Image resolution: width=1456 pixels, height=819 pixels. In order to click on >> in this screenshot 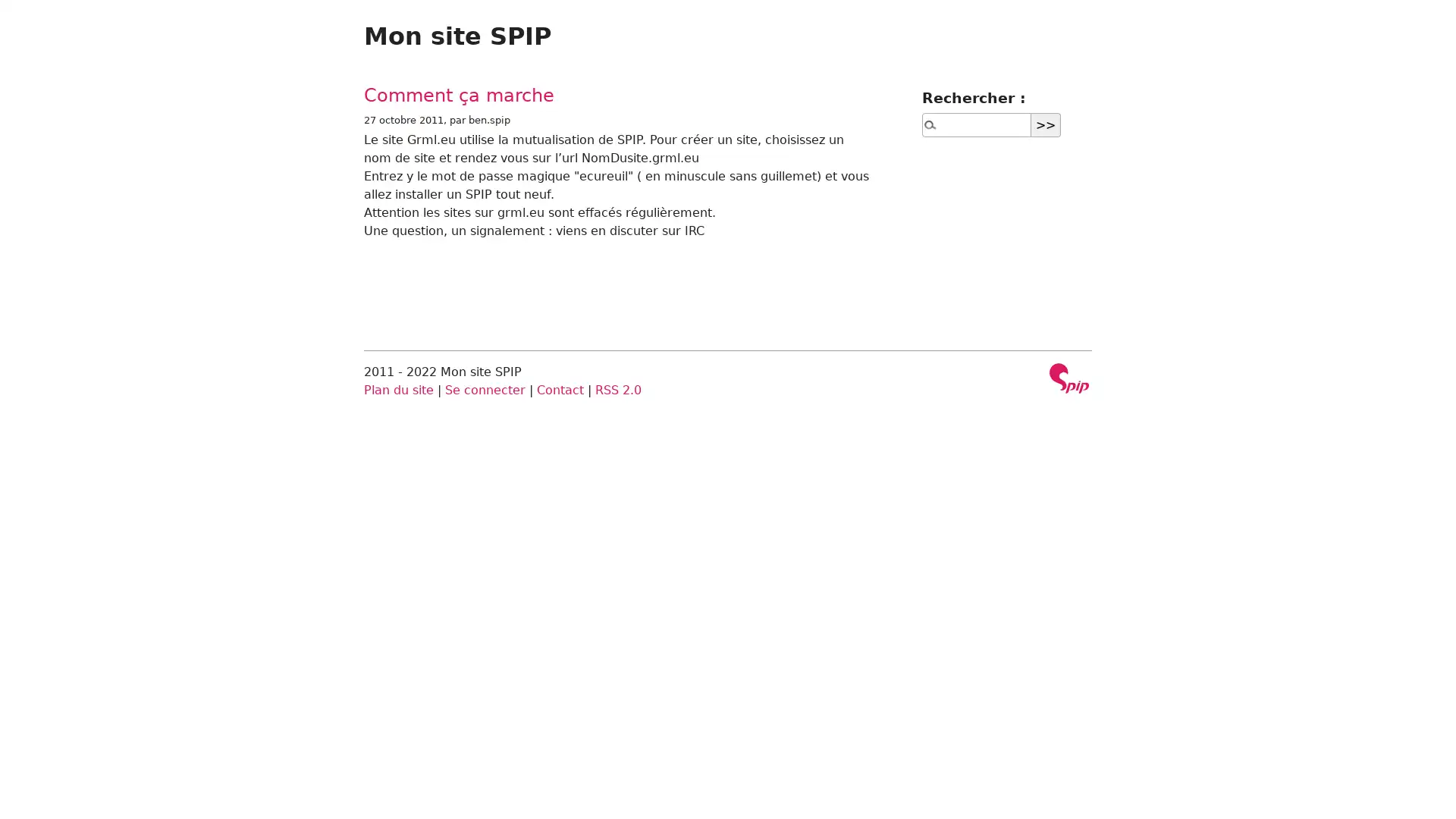, I will do `click(1045, 124)`.